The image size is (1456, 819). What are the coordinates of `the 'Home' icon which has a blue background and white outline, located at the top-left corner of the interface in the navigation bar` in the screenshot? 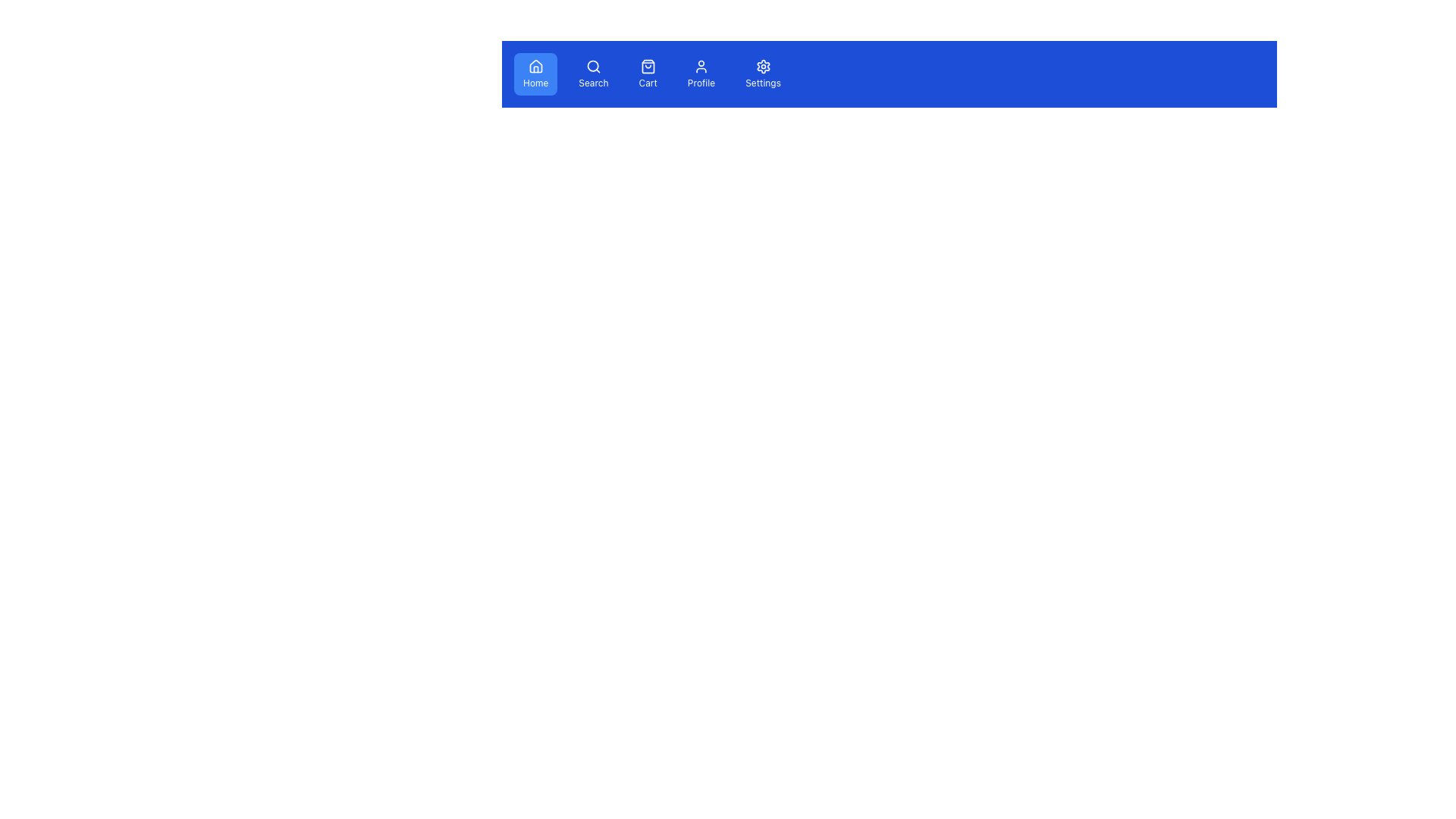 It's located at (535, 66).